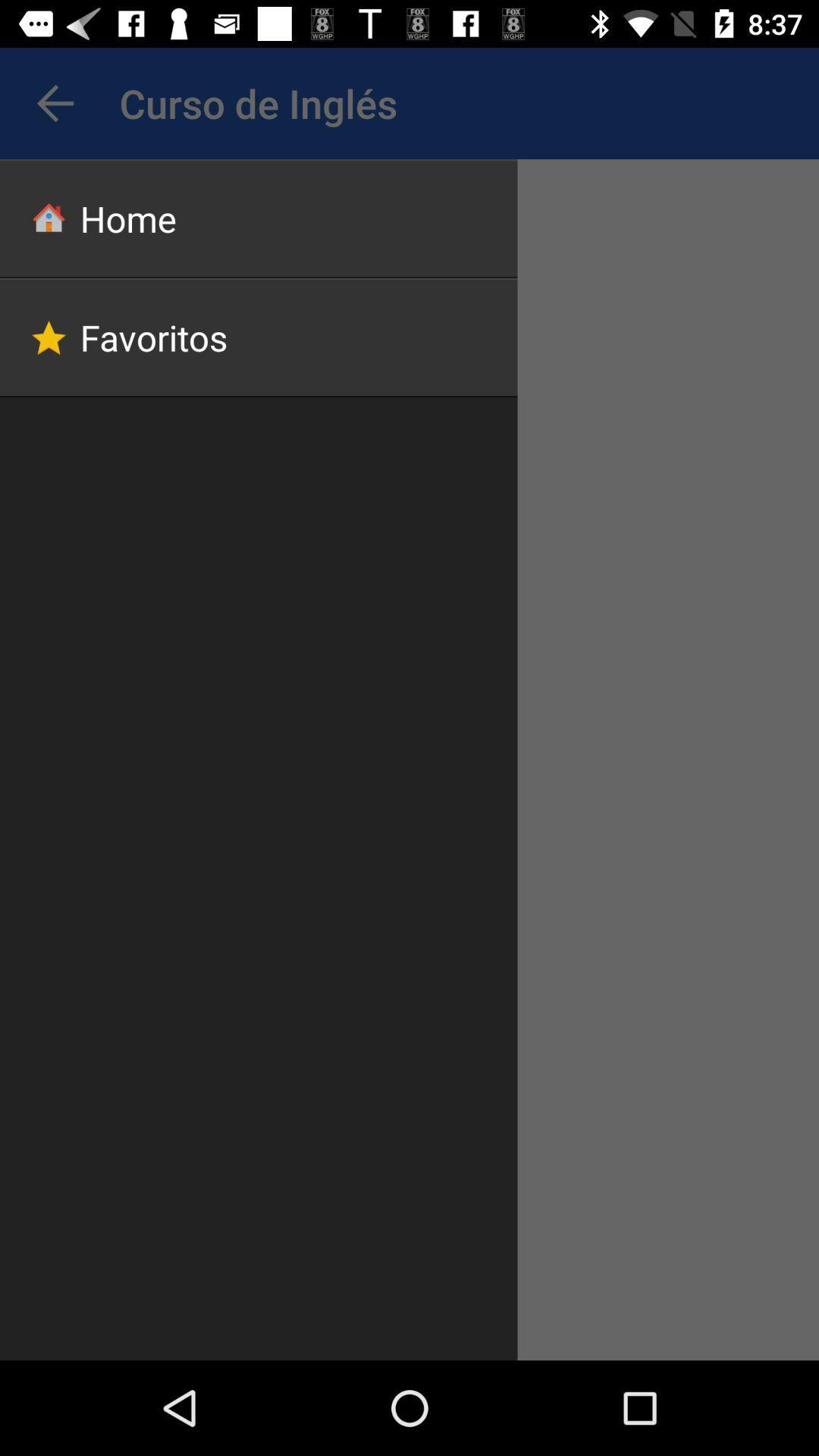  Describe the element at coordinates (403, 754) in the screenshot. I see `icon at the center` at that location.